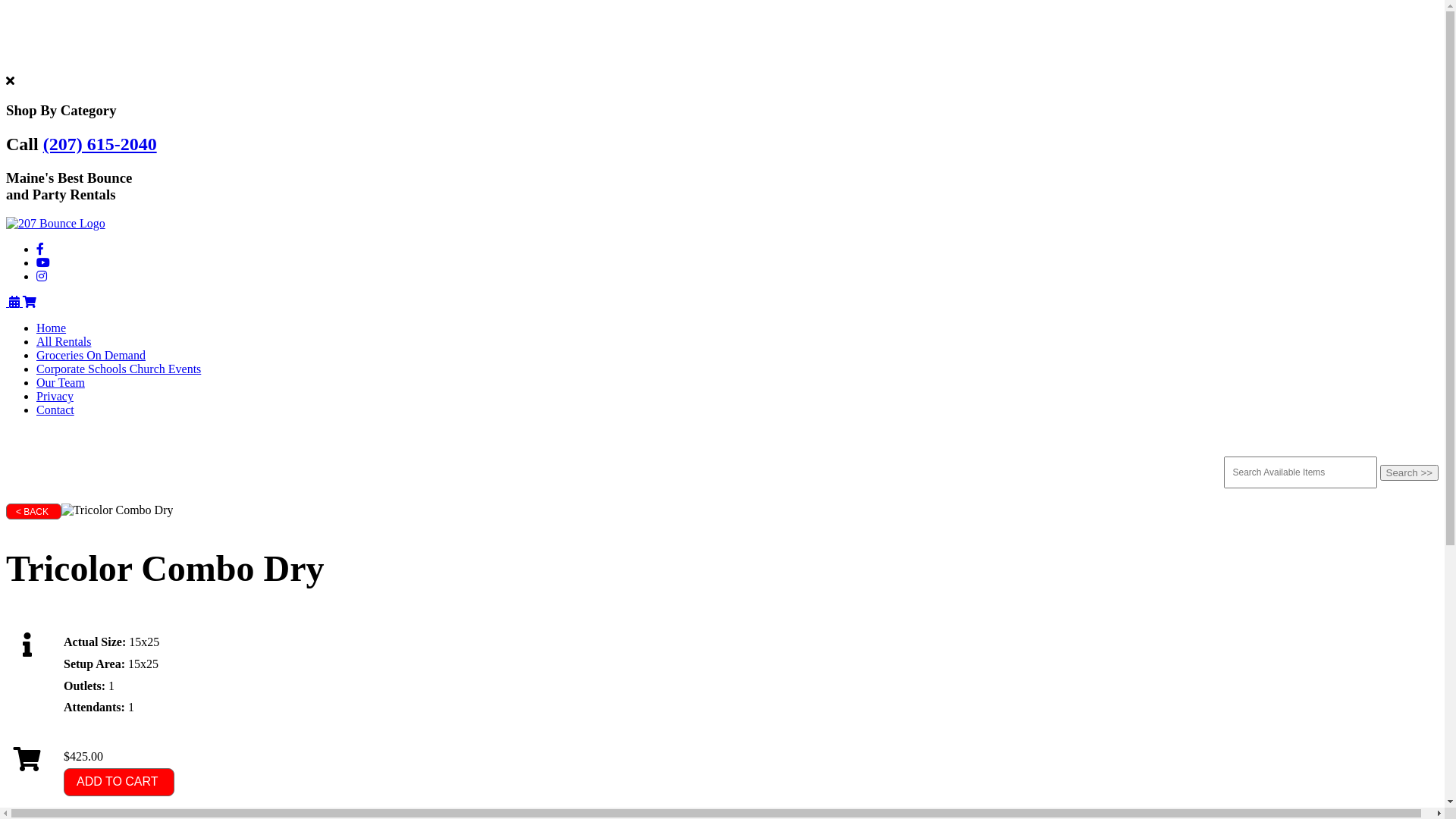  Describe the element at coordinates (51, 327) in the screenshot. I see `'Home'` at that location.